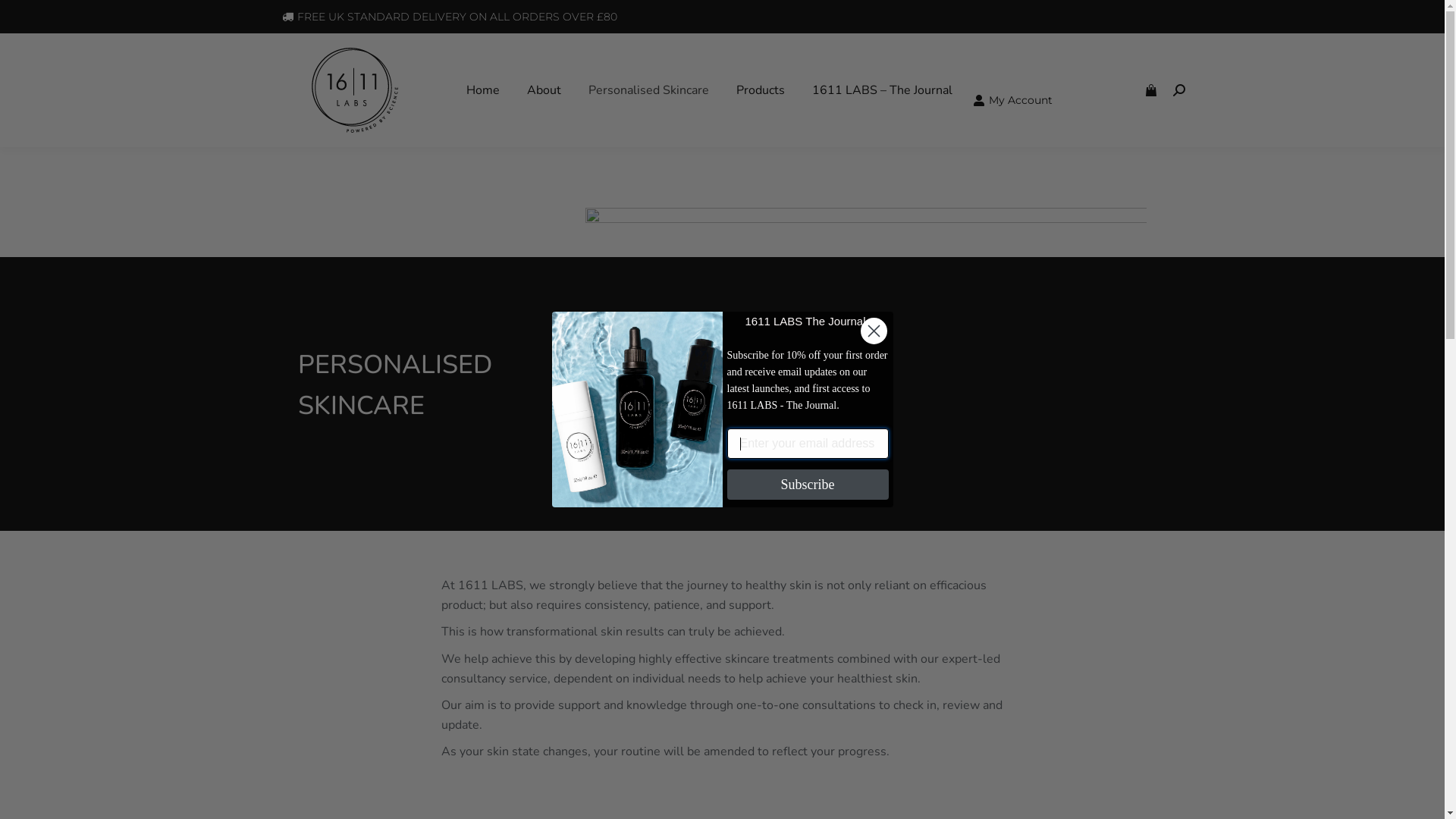 This screenshot has width=1456, height=819. Describe the element at coordinates (806, 485) in the screenshot. I see `'Subscribe'` at that location.